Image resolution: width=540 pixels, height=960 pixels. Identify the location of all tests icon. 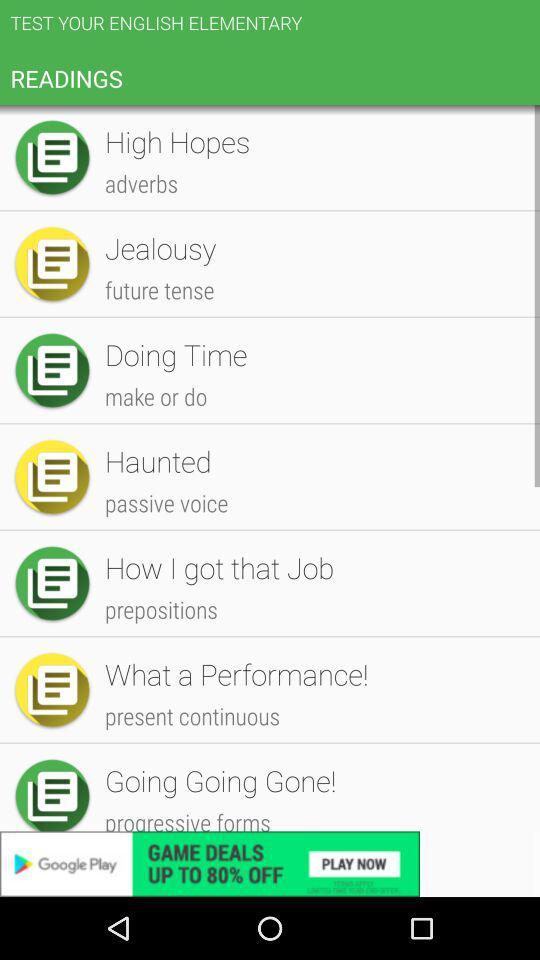
(312, 143).